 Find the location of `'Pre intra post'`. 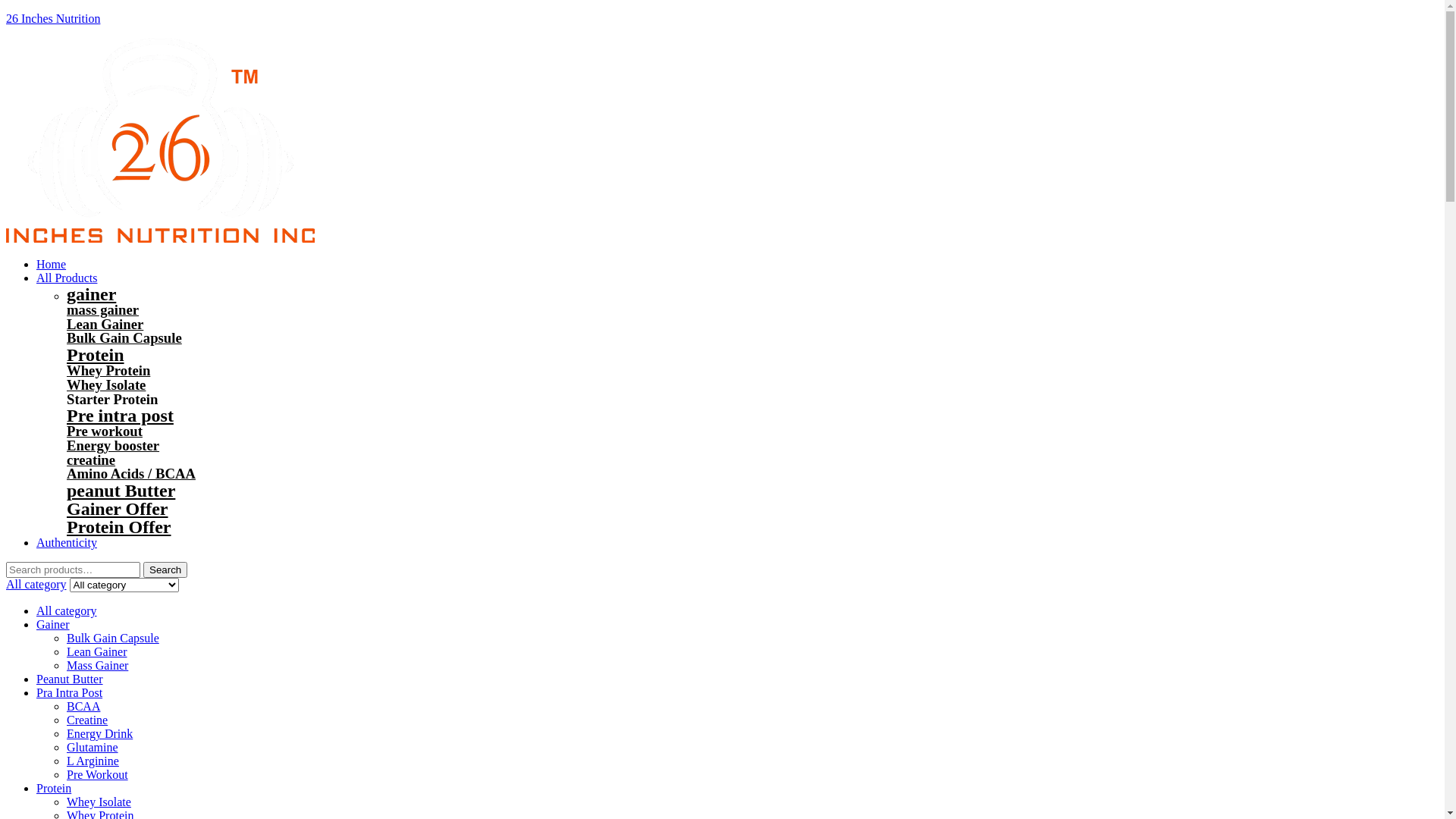

'Pre intra post' is located at coordinates (119, 415).